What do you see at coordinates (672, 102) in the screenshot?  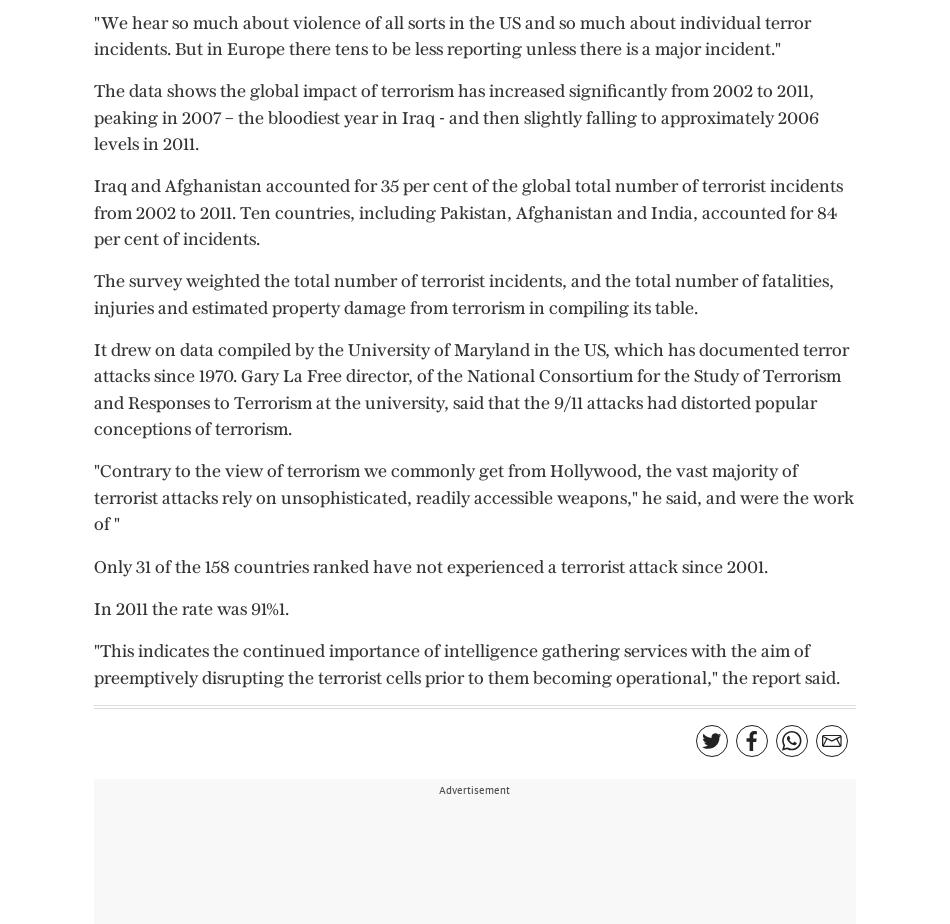 I see `'Tax Strategy'` at bounding box center [672, 102].